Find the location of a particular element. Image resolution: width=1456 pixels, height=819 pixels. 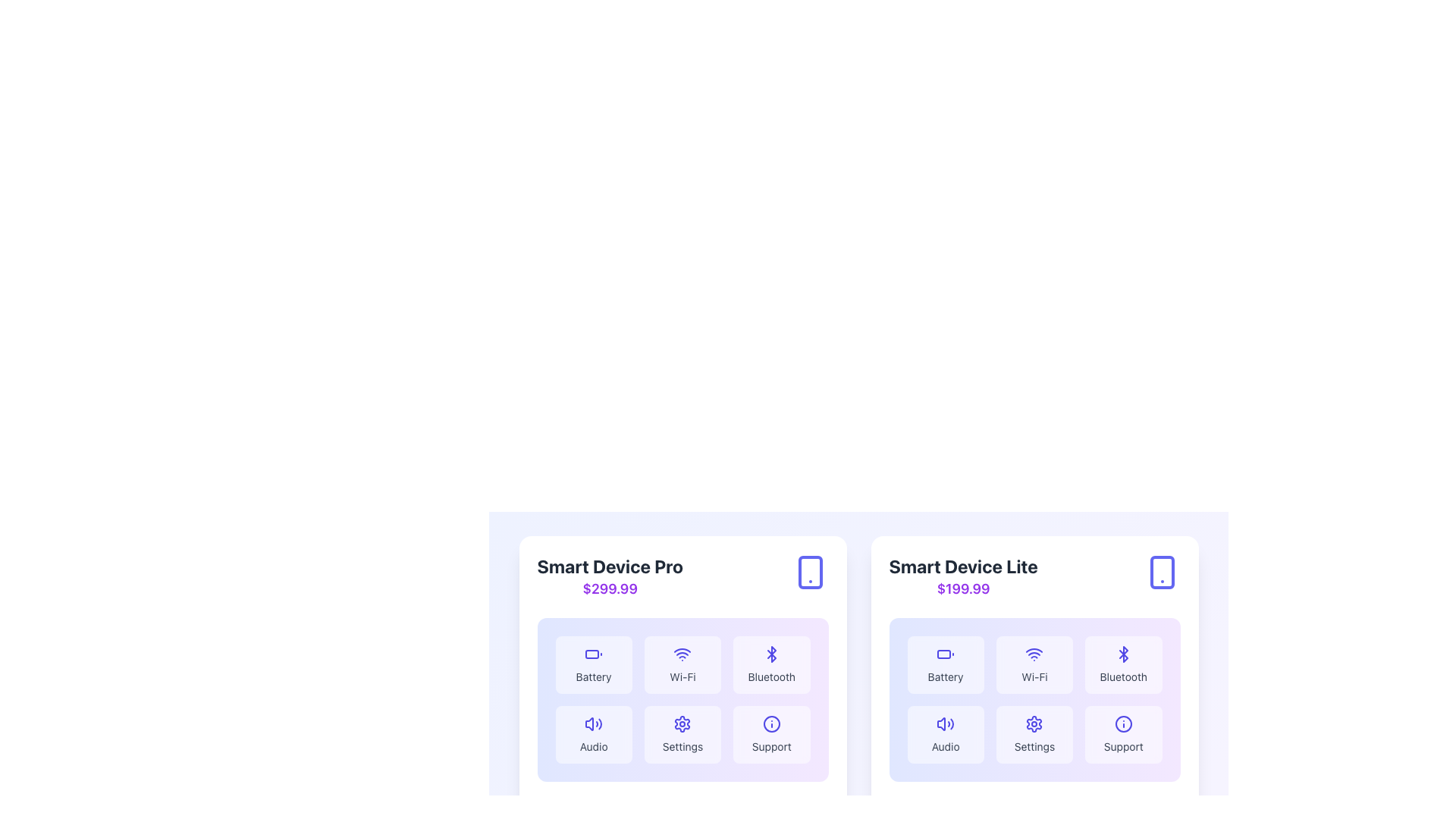

the second arc segment of the Wi-Fi icon in the top-right section of the 'Smart Device Lite' product card is located at coordinates (1034, 649).